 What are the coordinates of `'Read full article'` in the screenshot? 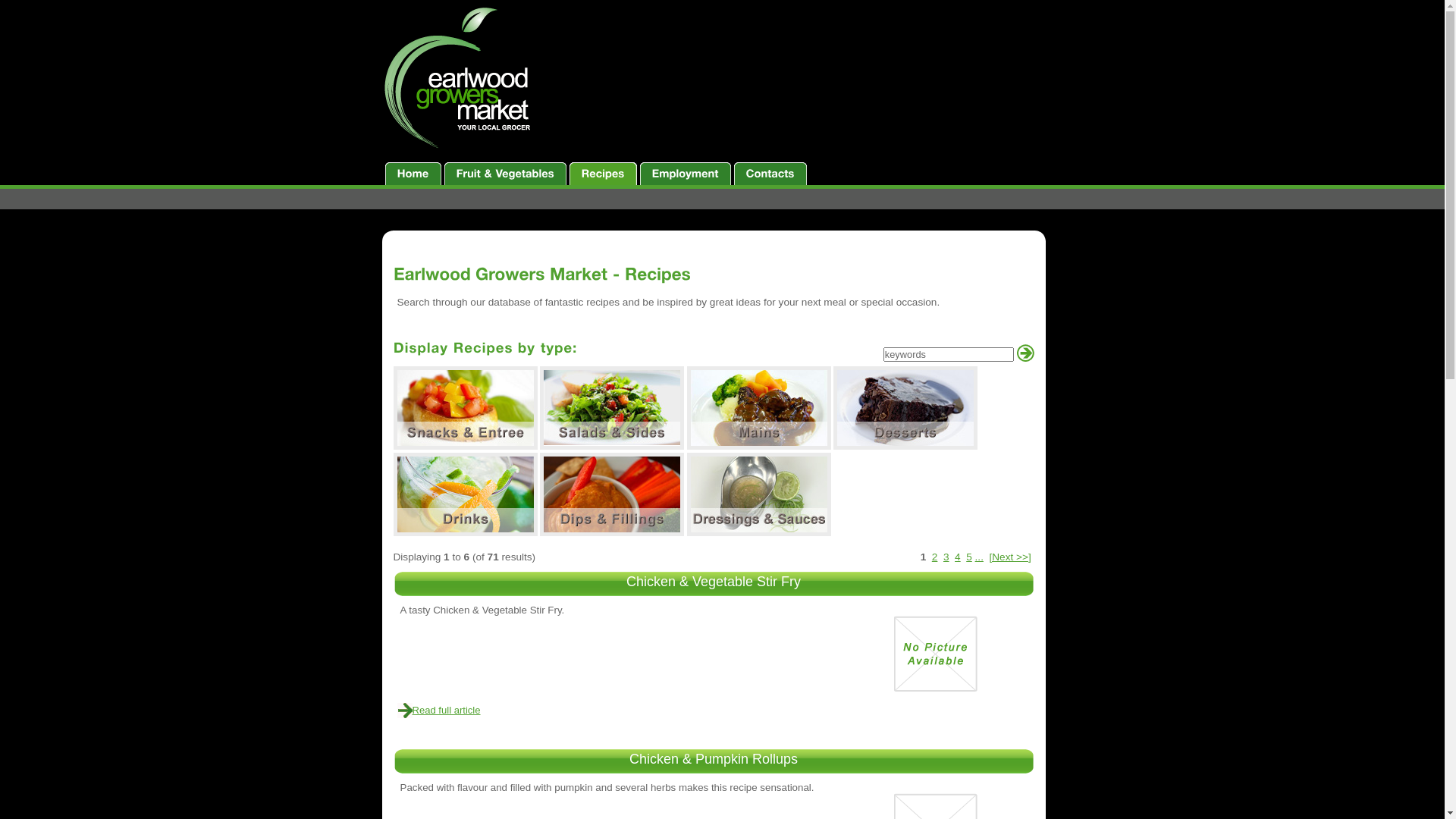 It's located at (446, 710).